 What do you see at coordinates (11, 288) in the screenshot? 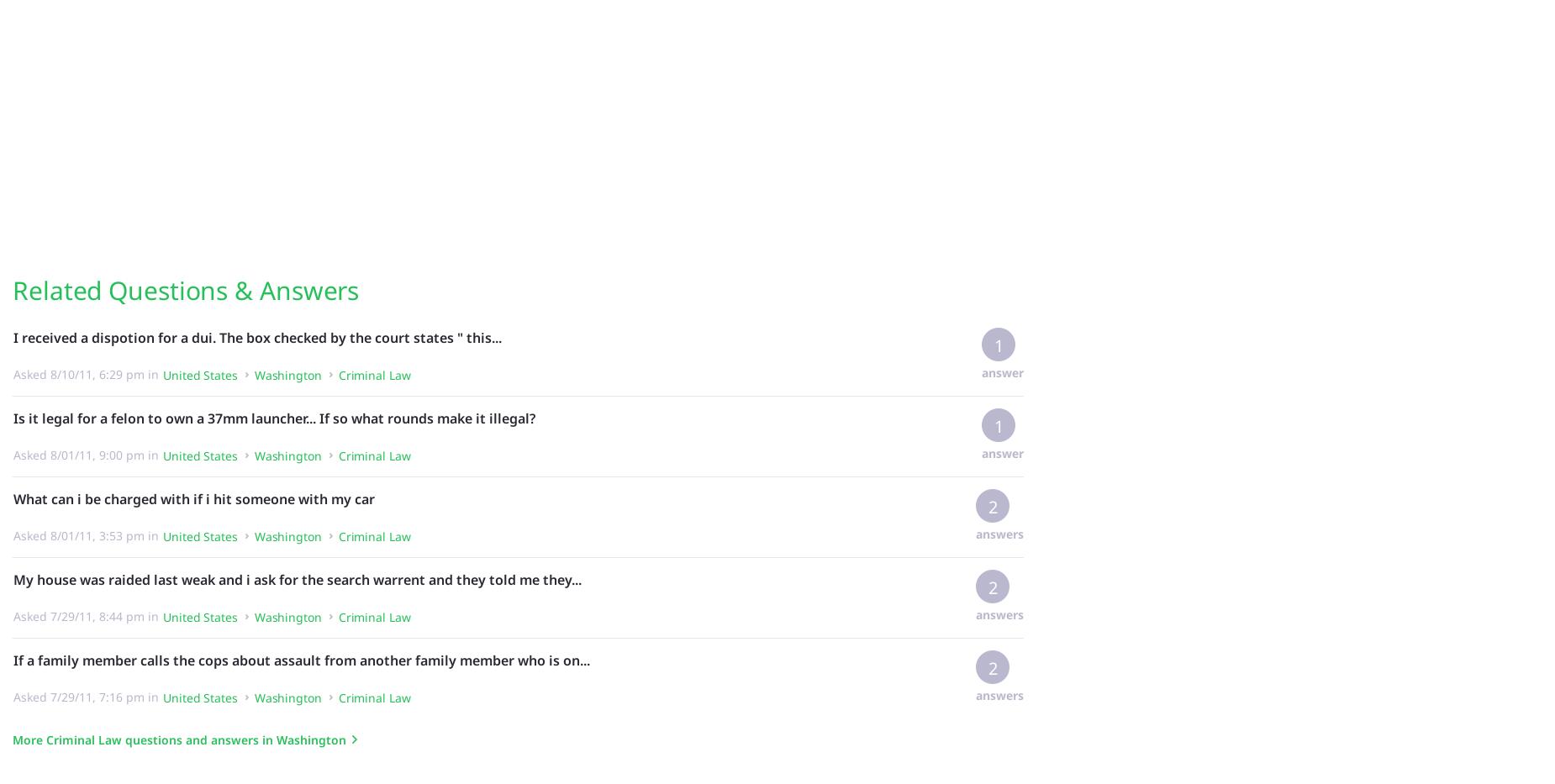
I see `'Related Questions & Answers'` at bounding box center [11, 288].